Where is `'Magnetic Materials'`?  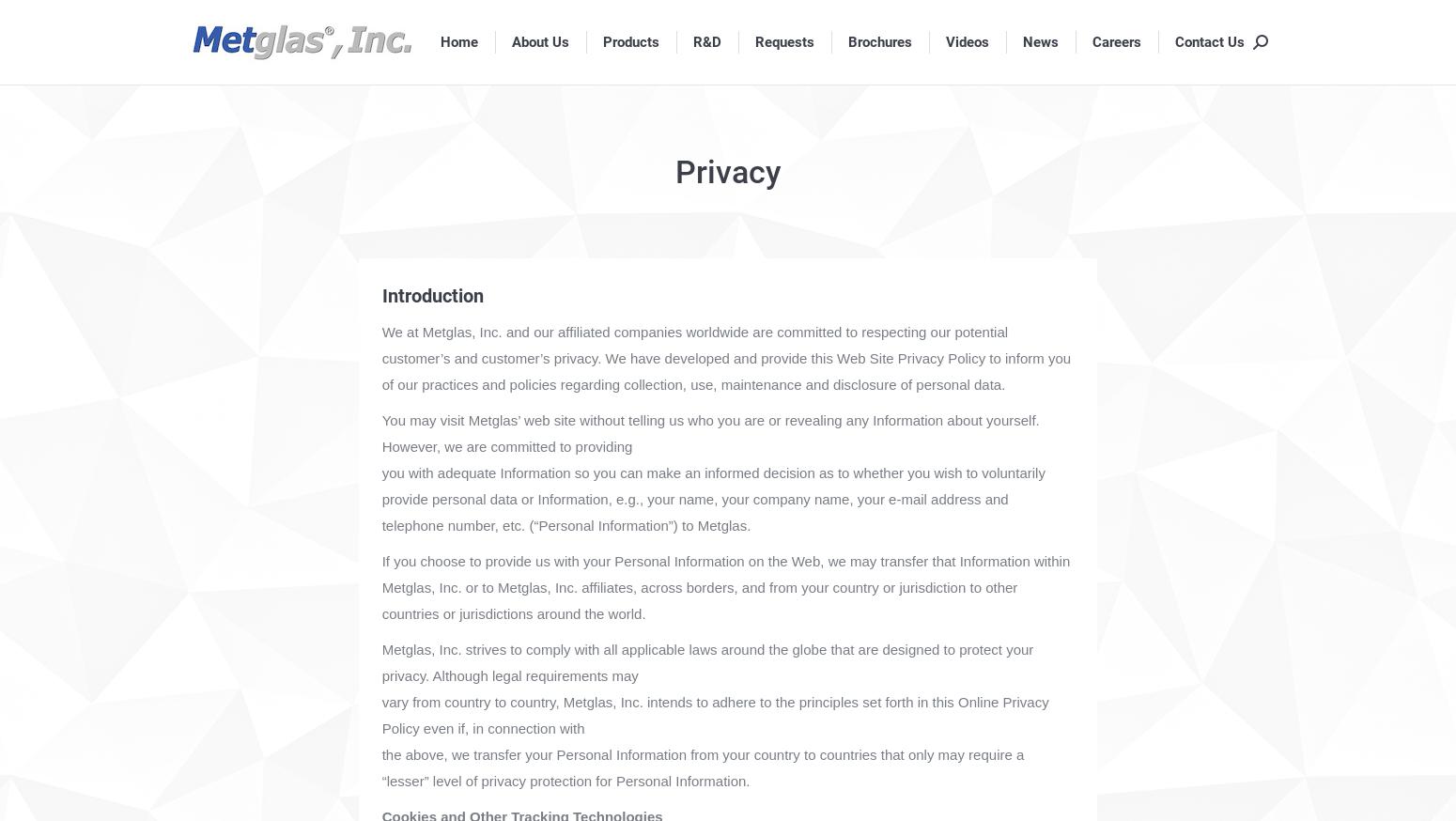
'Magnetic Materials' is located at coordinates (657, 201).